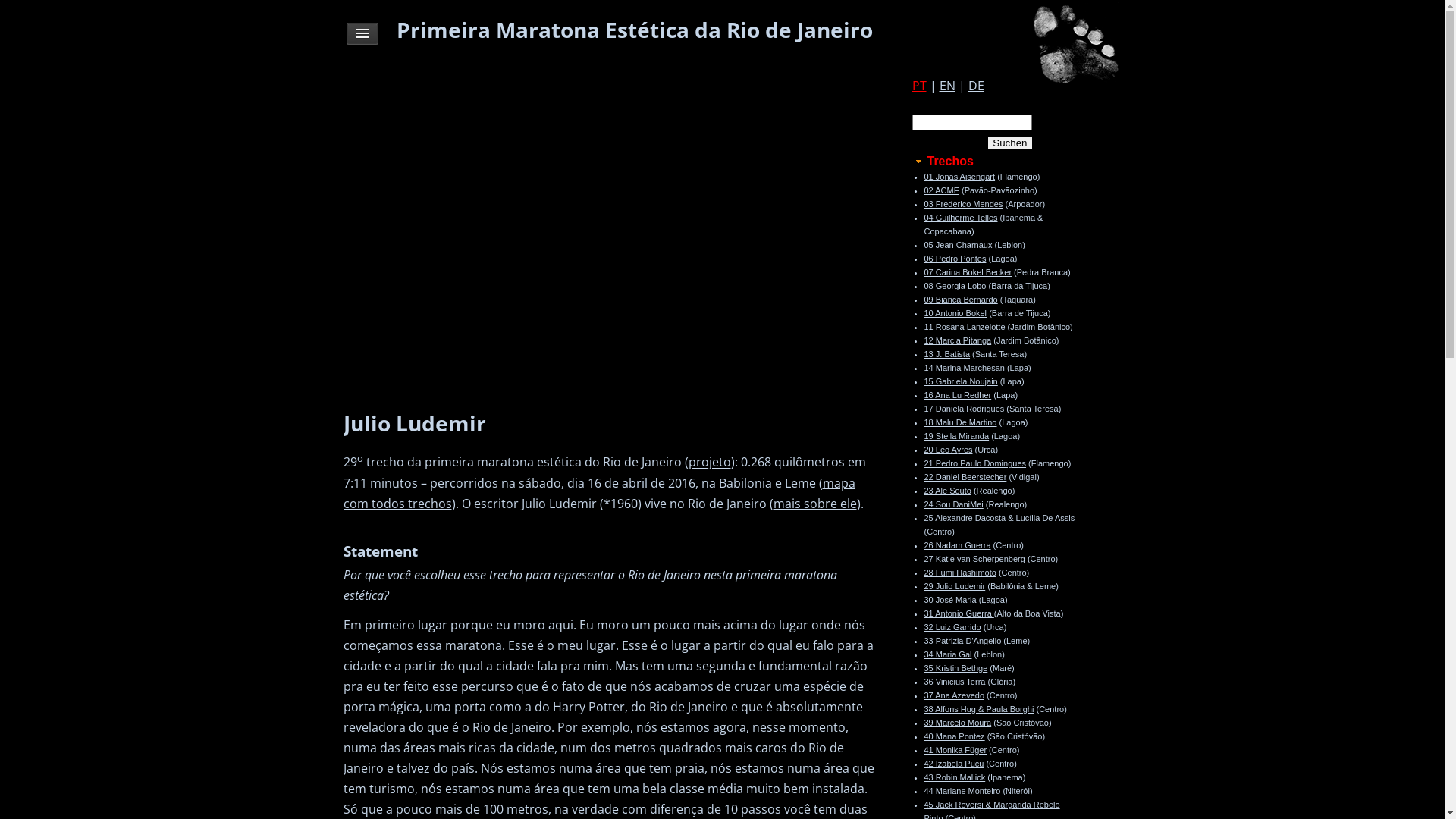 The image size is (1456, 819). Describe the element at coordinates (961, 789) in the screenshot. I see `'44 Mariane Monteiro'` at that location.